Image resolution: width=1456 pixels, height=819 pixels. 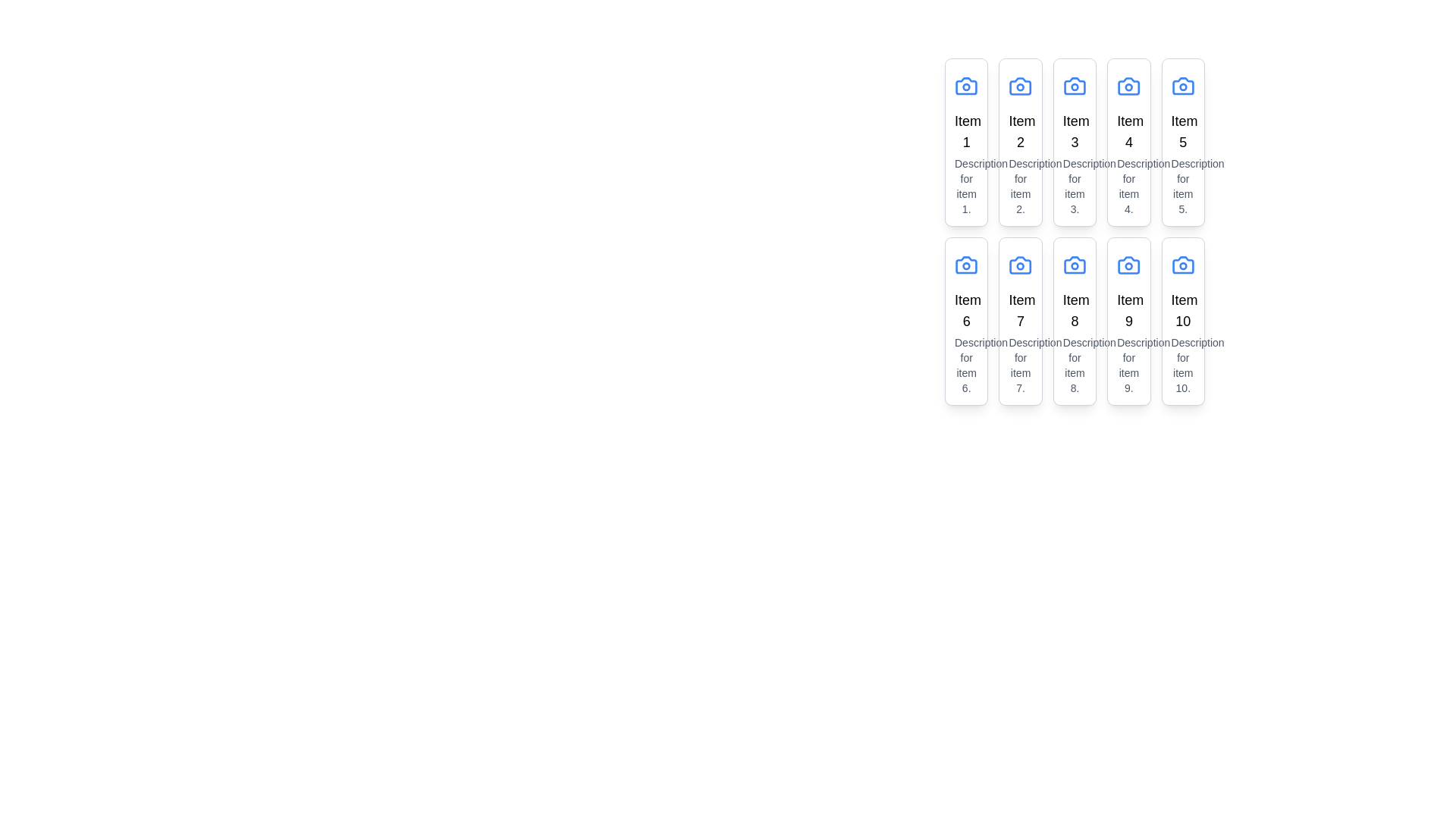 What do you see at coordinates (1074, 265) in the screenshot?
I see `the camera icon with a blue outline located at the top-center of the card labeled 'Item 8' to interact with it` at bounding box center [1074, 265].